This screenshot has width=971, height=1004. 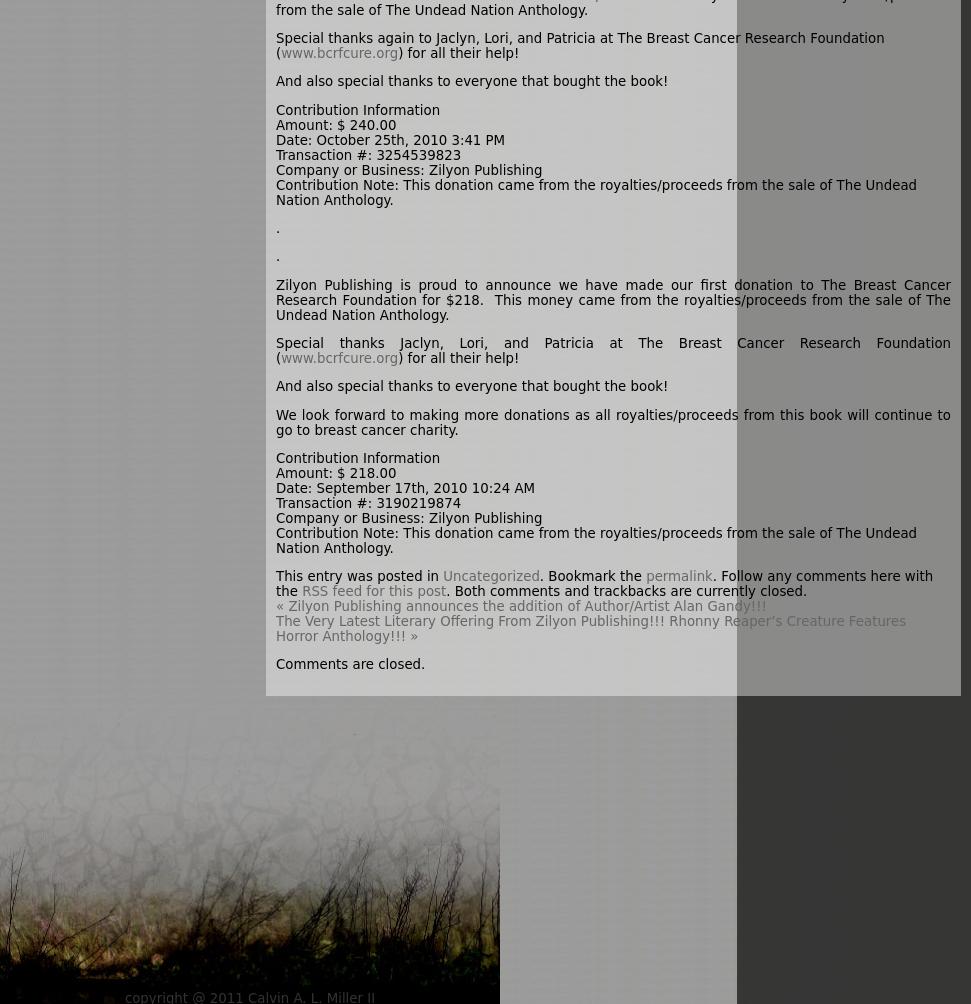 What do you see at coordinates (274, 502) in the screenshot?
I see `'Transaction #: 3190219874'` at bounding box center [274, 502].